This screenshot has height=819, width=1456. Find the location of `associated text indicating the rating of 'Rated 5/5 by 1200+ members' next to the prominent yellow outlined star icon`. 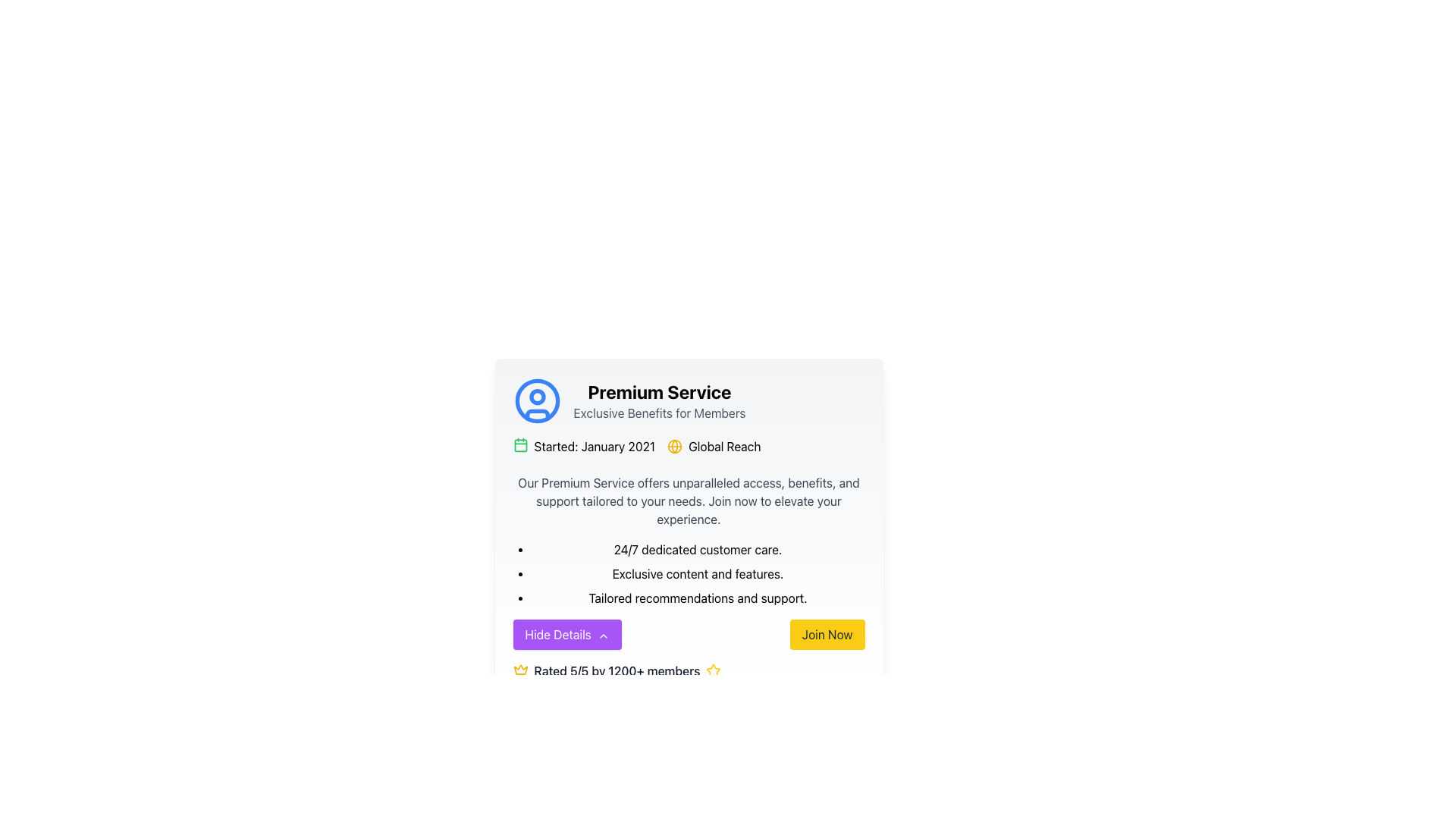

associated text indicating the rating of 'Rated 5/5 by 1200+ members' next to the prominent yellow outlined star icon is located at coordinates (713, 670).